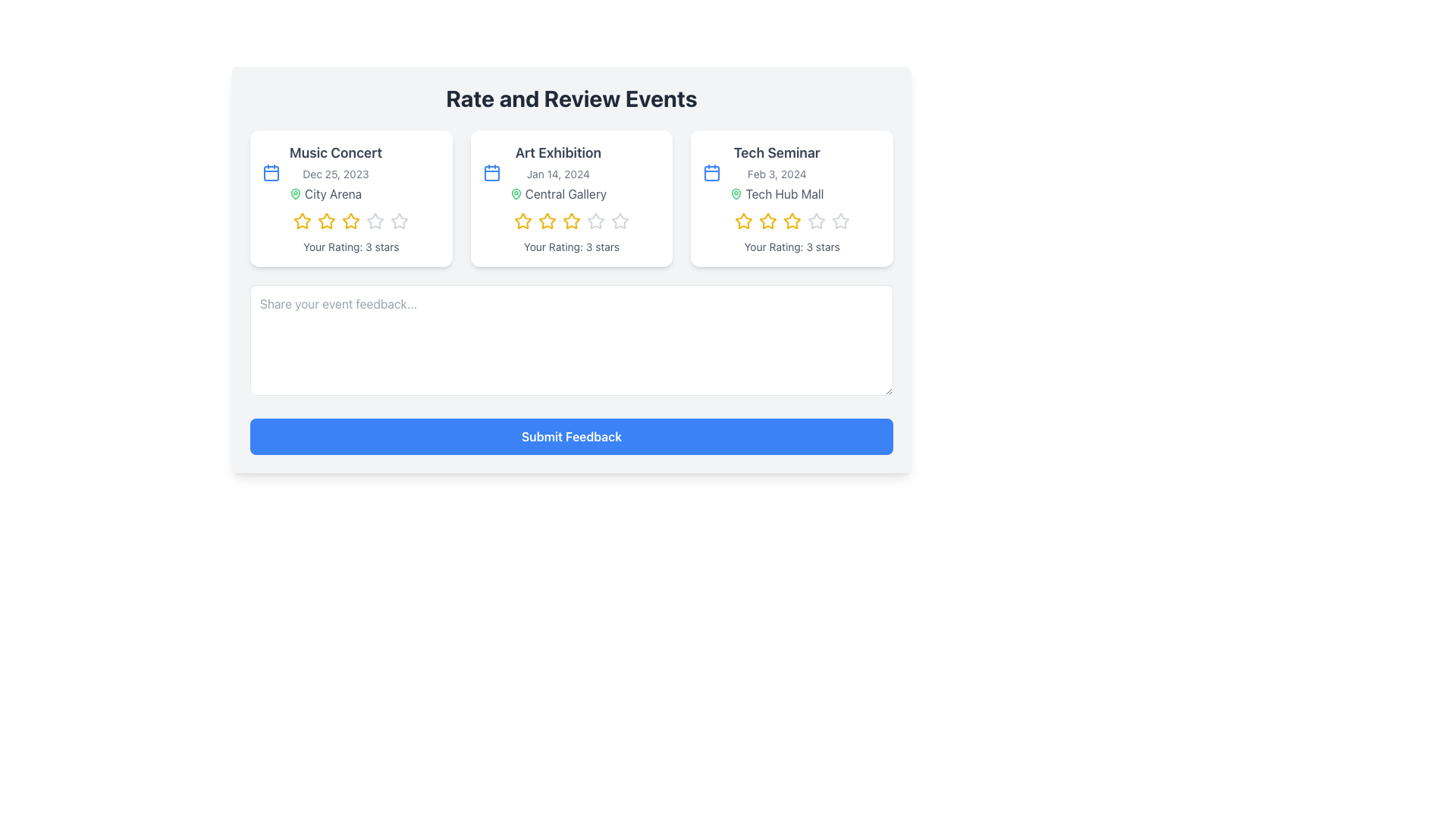 The height and width of the screenshot is (819, 1456). What do you see at coordinates (295, 193) in the screenshot?
I see `the green map pin icon located before the text 'City Arena' under the heading 'Music Concert' in the first card of the 'Rate and Review Events' section` at bounding box center [295, 193].